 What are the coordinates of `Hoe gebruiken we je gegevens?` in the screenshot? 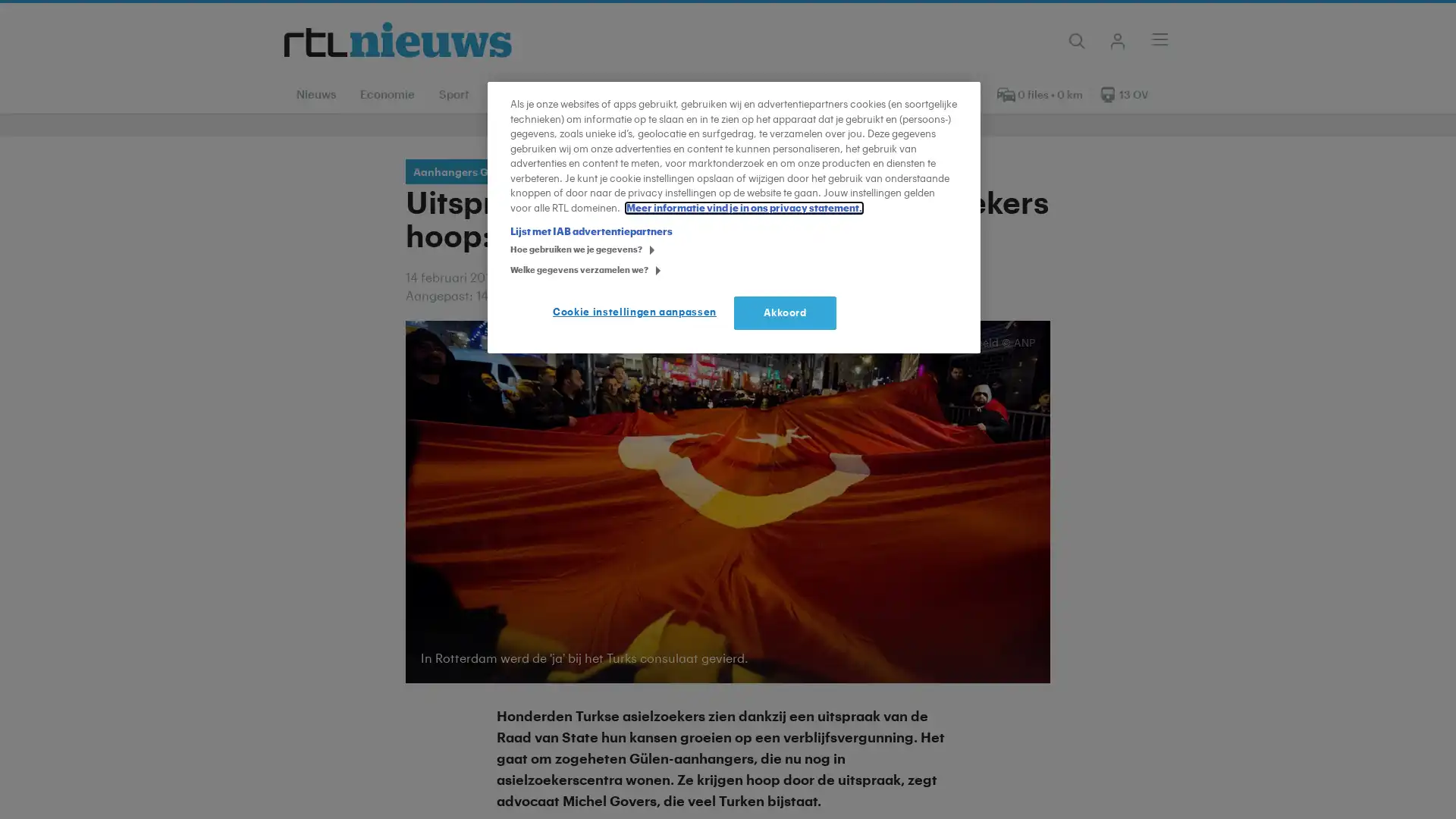 It's located at (515, 250).